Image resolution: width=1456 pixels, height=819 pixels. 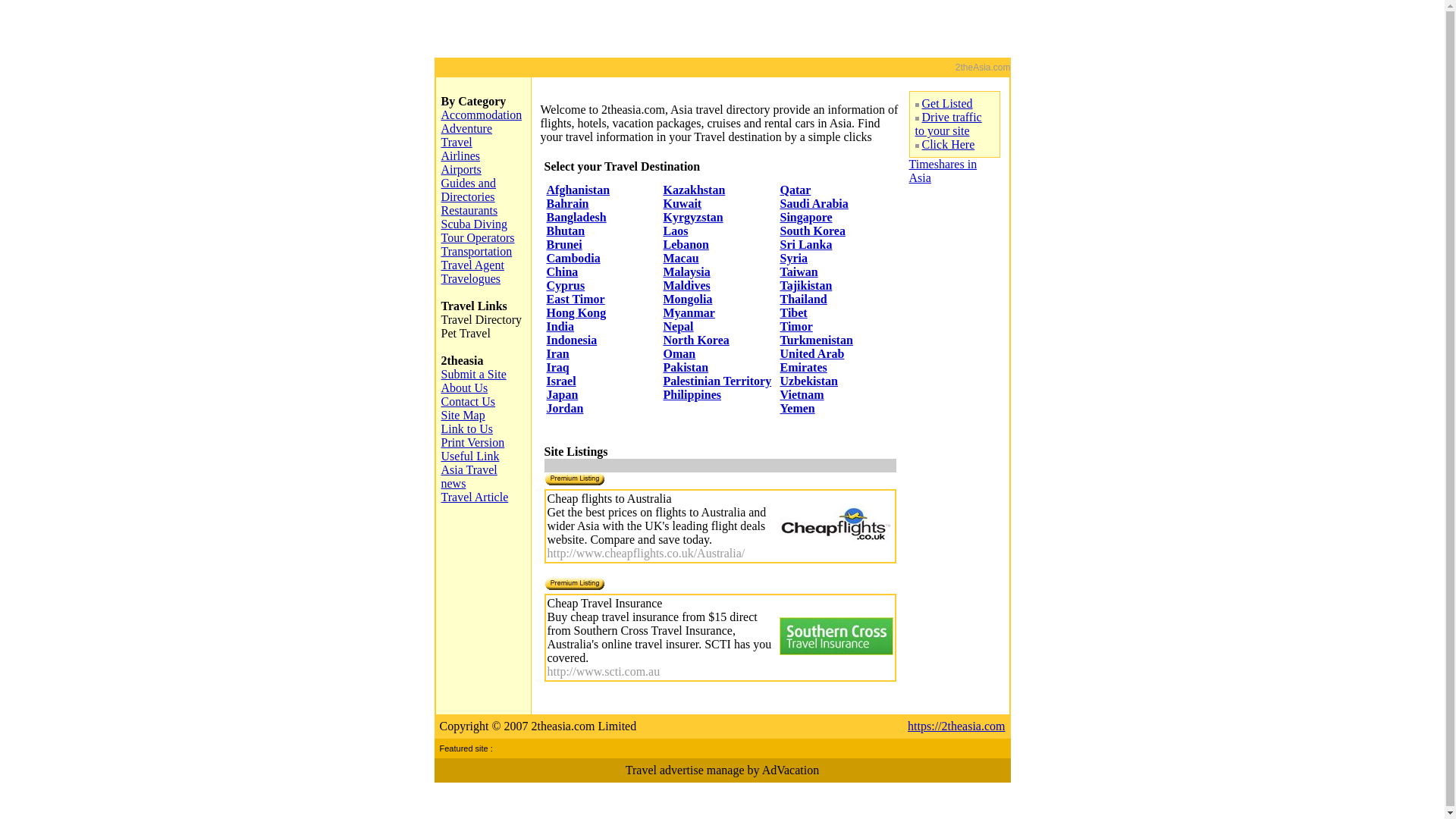 I want to click on 'Asia Travel news', so click(x=469, y=475).